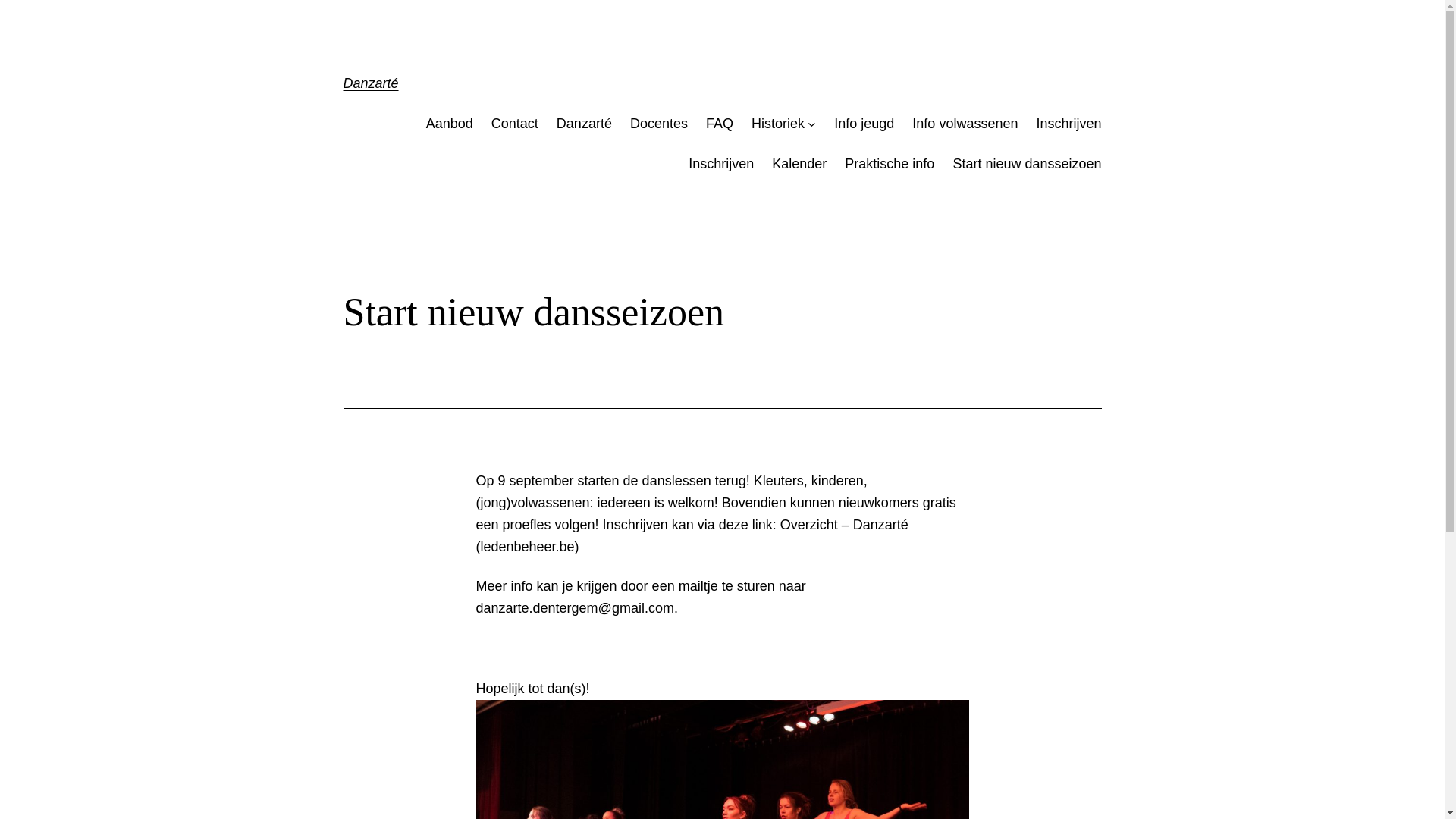 The image size is (1456, 819). Describe the element at coordinates (778, 123) in the screenshot. I see `'Historiek'` at that location.